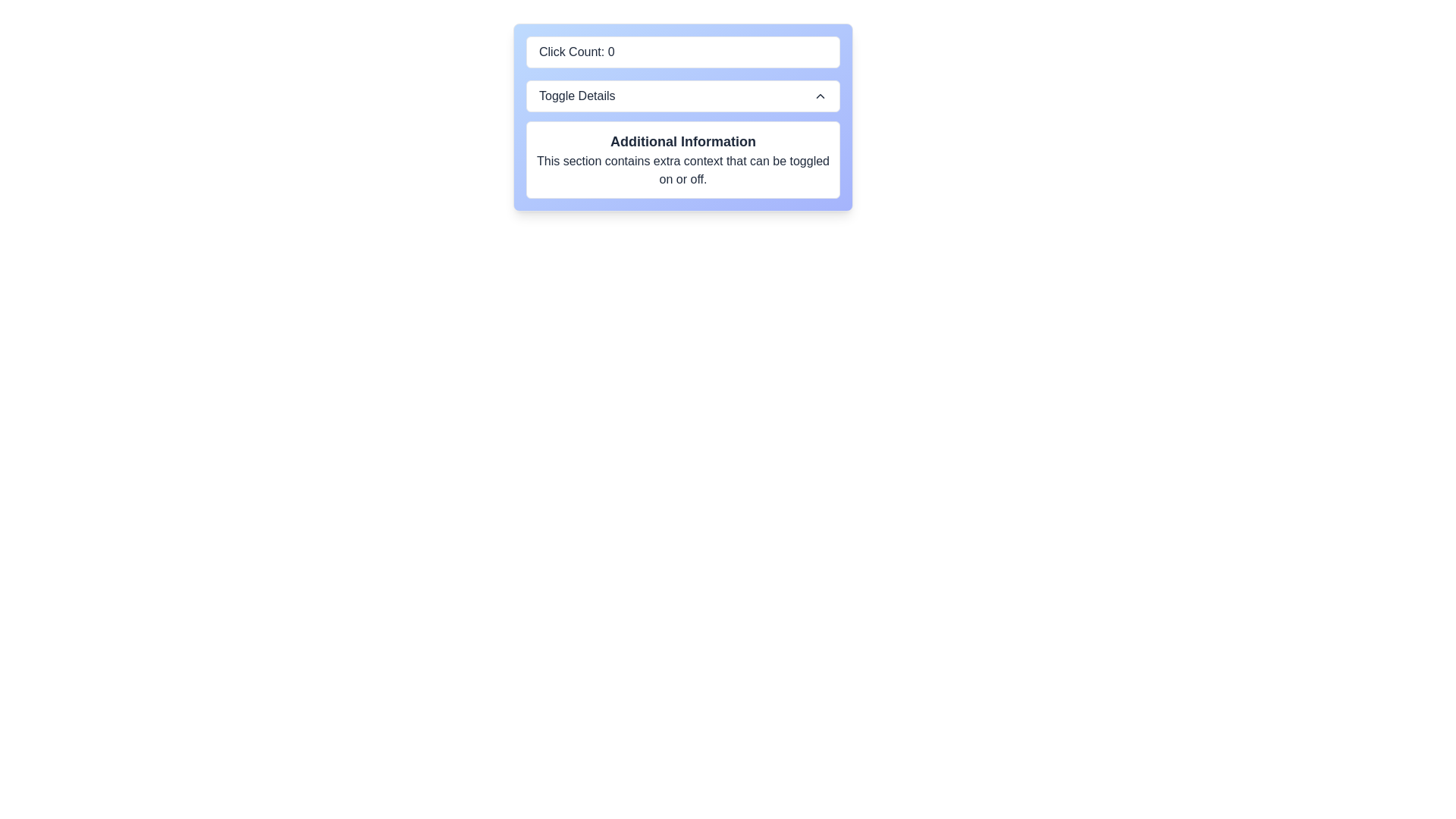 Image resolution: width=1456 pixels, height=819 pixels. What do you see at coordinates (682, 160) in the screenshot?
I see `the 'Additional Information' content section element, which has a white background and contains a heading and informational text` at bounding box center [682, 160].